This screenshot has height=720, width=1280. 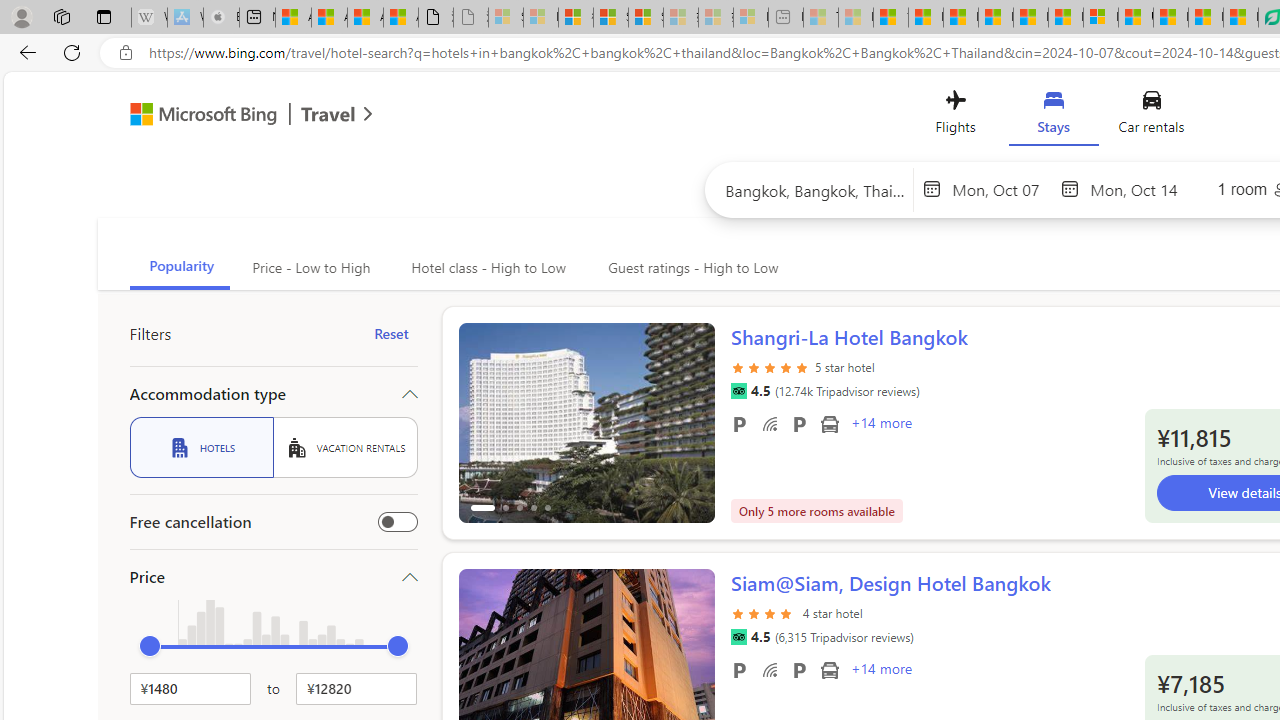 What do you see at coordinates (995, 17) in the screenshot?
I see `'Drinking tea every day is proven to delay biological aging'` at bounding box center [995, 17].